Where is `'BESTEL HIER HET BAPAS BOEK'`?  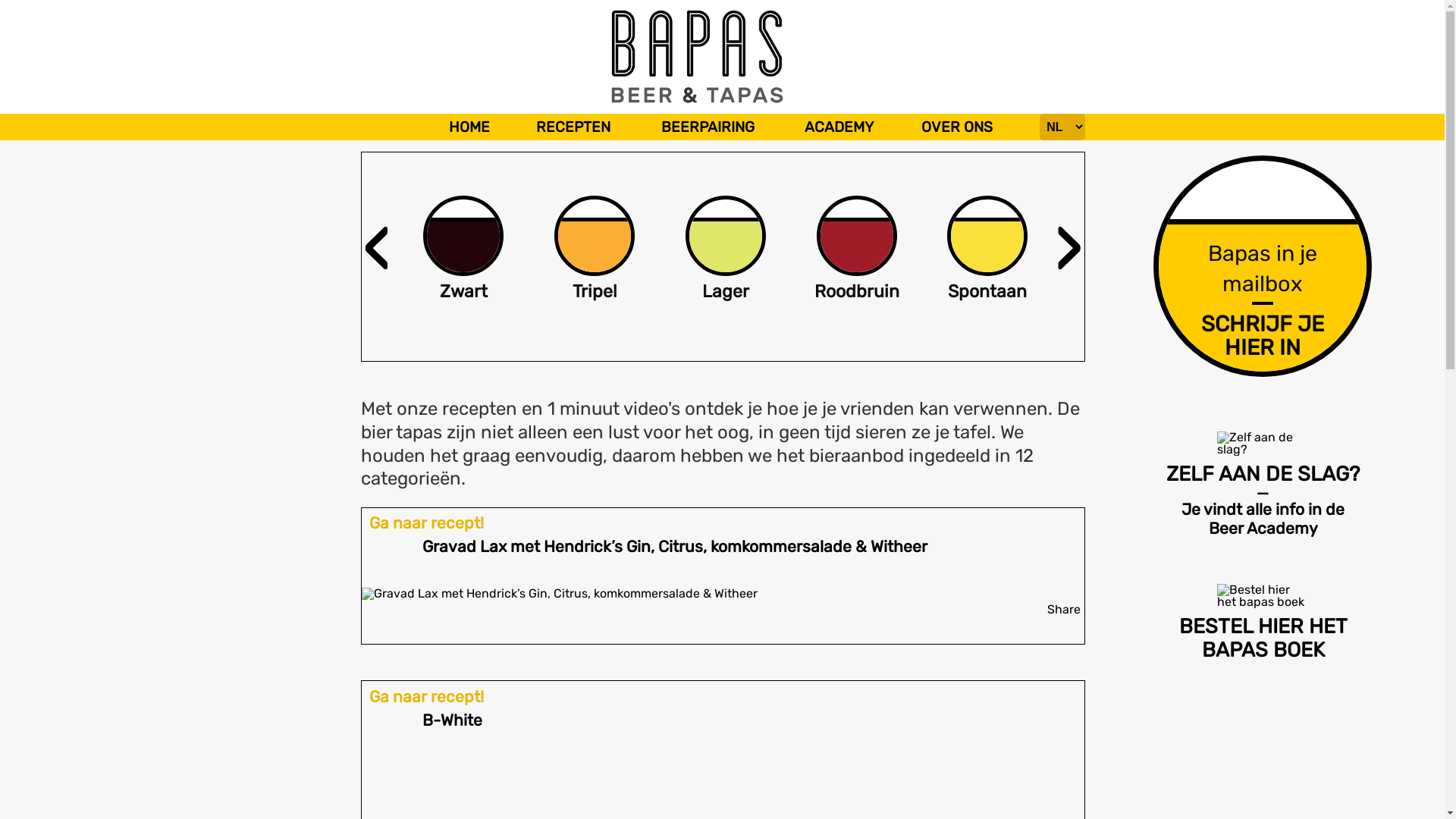
'BESTEL HIER HET BAPAS BOEK' is located at coordinates (1271, 620).